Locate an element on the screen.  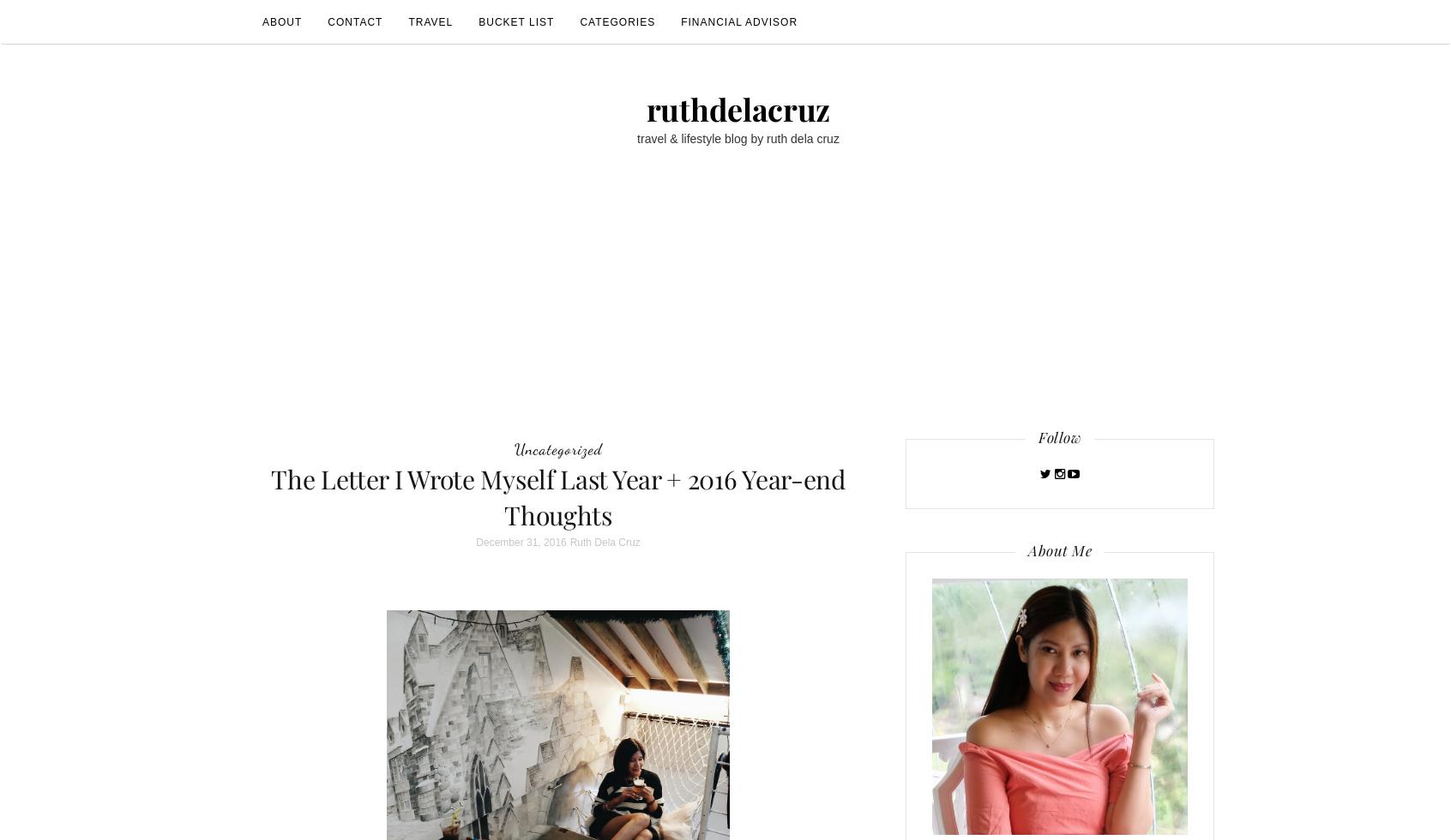
'About' is located at coordinates (280, 21).